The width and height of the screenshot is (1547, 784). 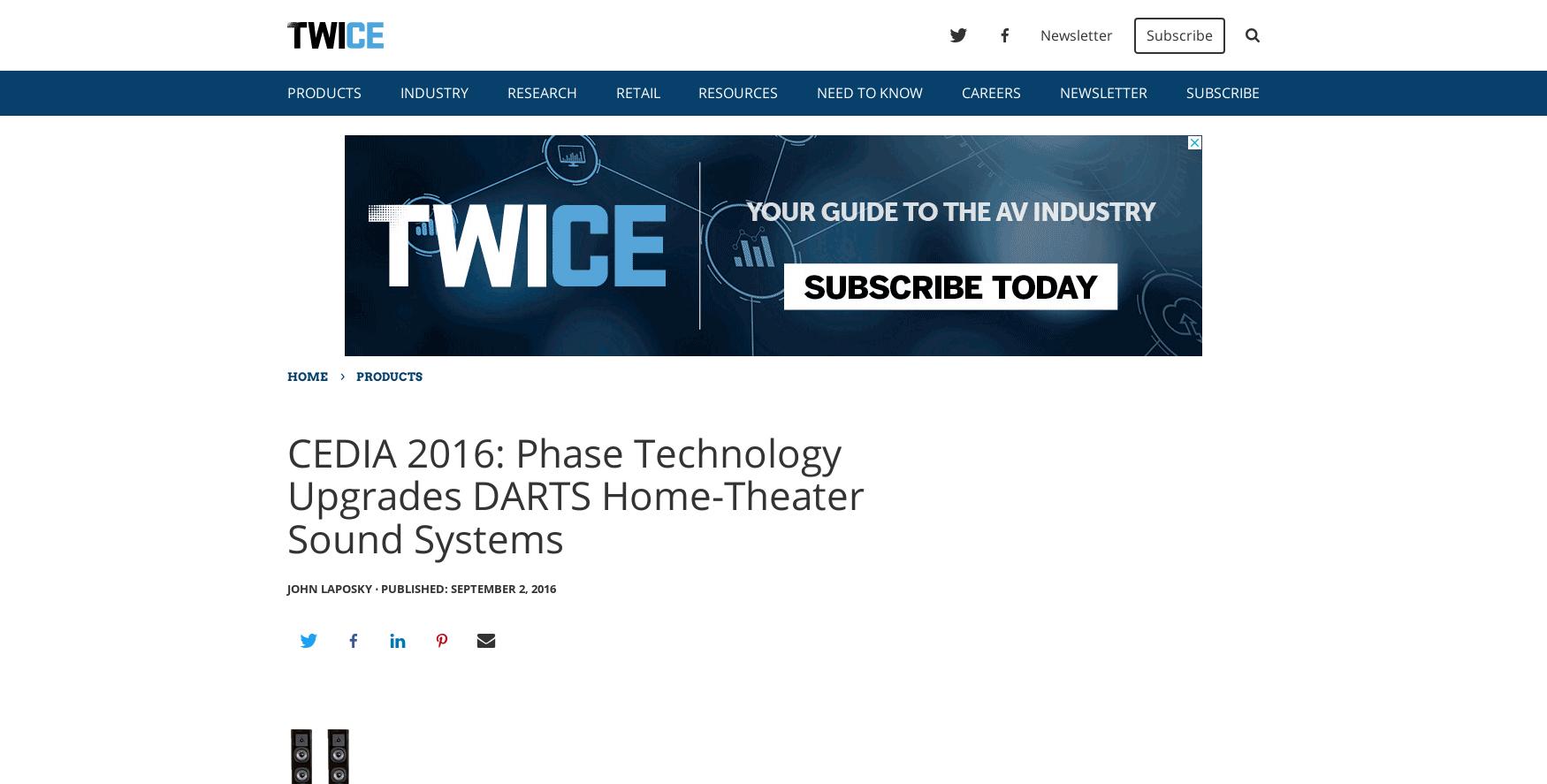 I want to click on 'Home', so click(x=307, y=377).